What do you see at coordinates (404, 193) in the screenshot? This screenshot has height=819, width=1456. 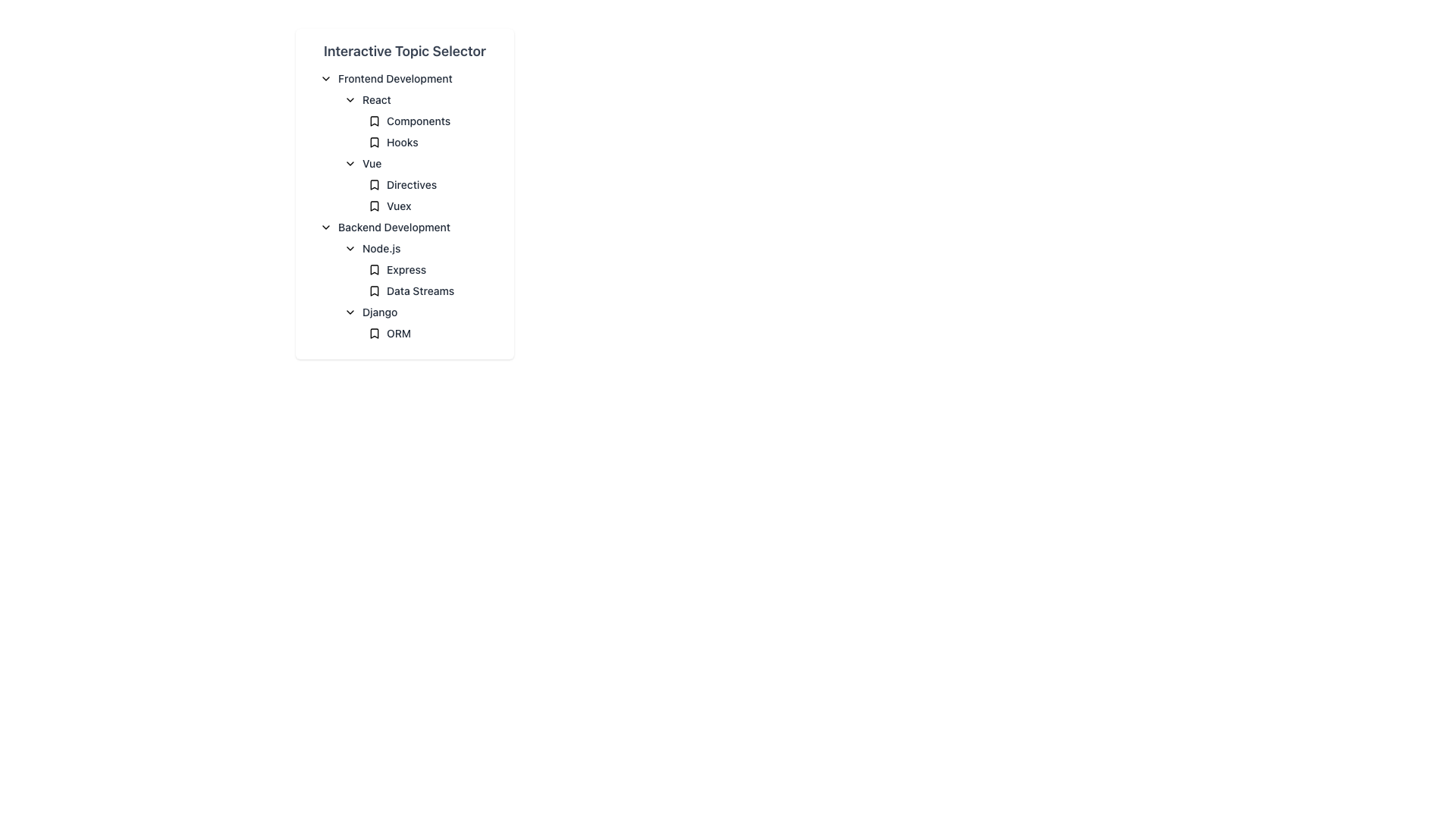 I see `the subtopics in the collapsible list component for various programming topics` at bounding box center [404, 193].